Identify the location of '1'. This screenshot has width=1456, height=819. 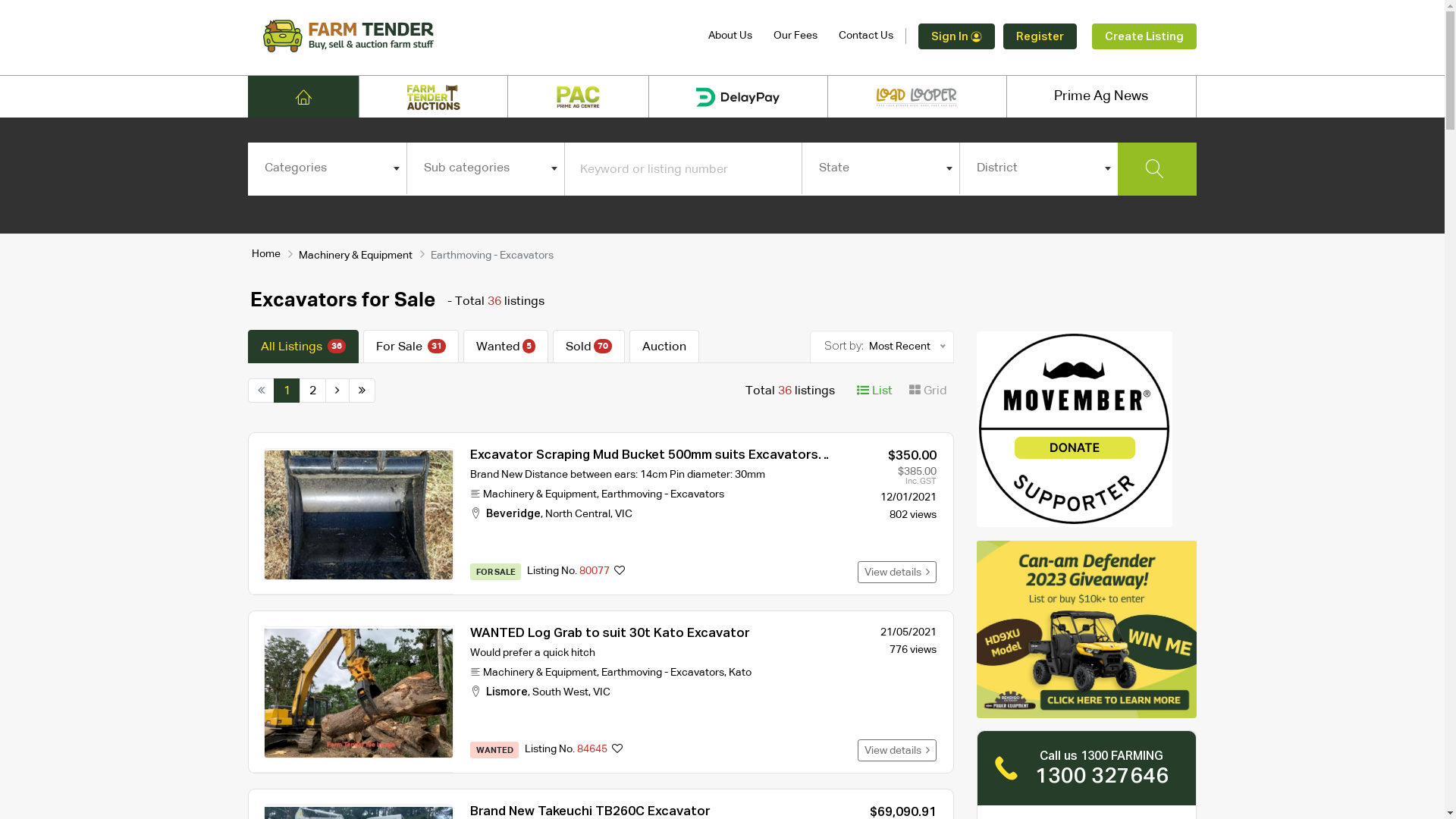
(287, 390).